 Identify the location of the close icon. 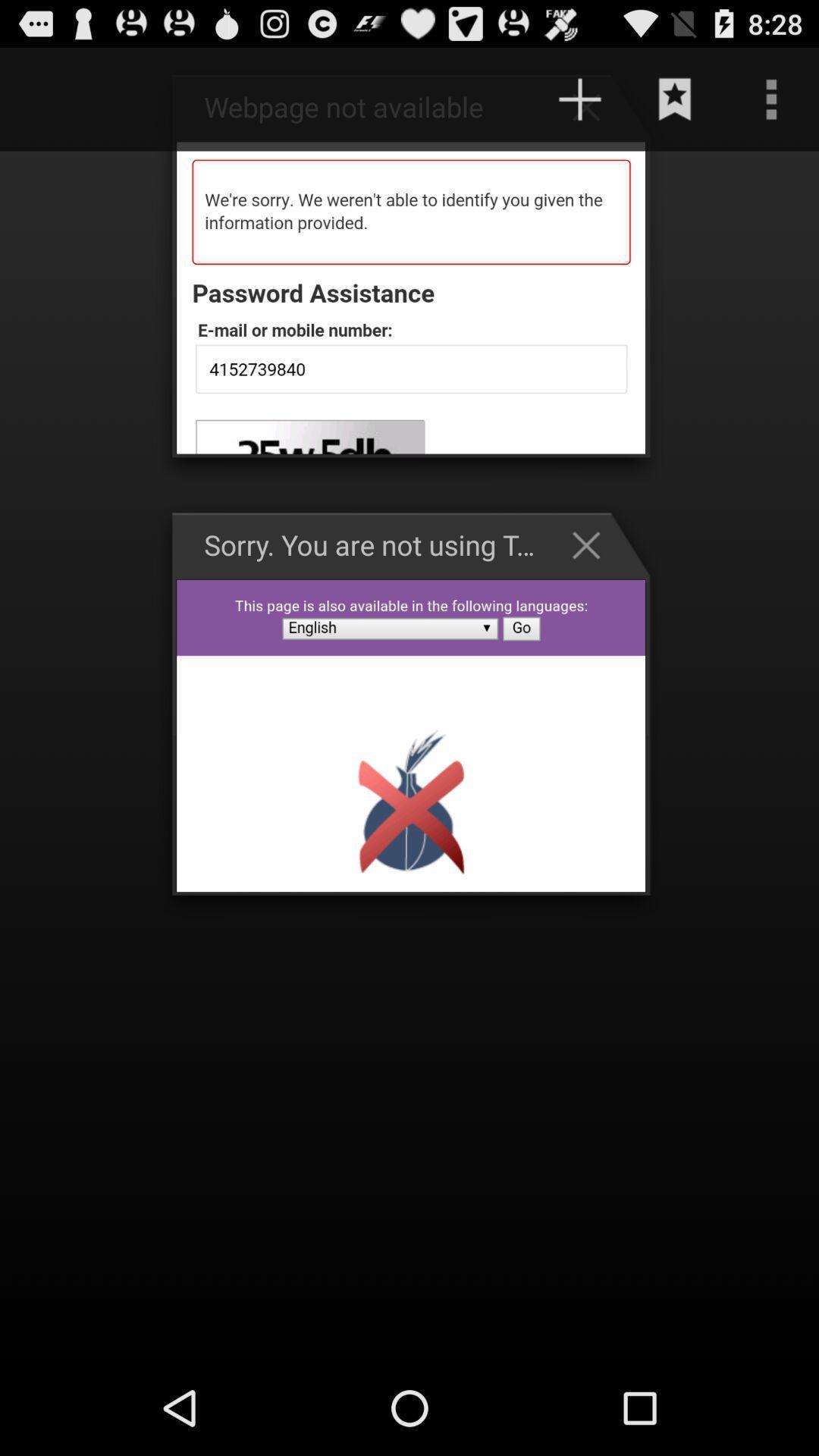
(593, 582).